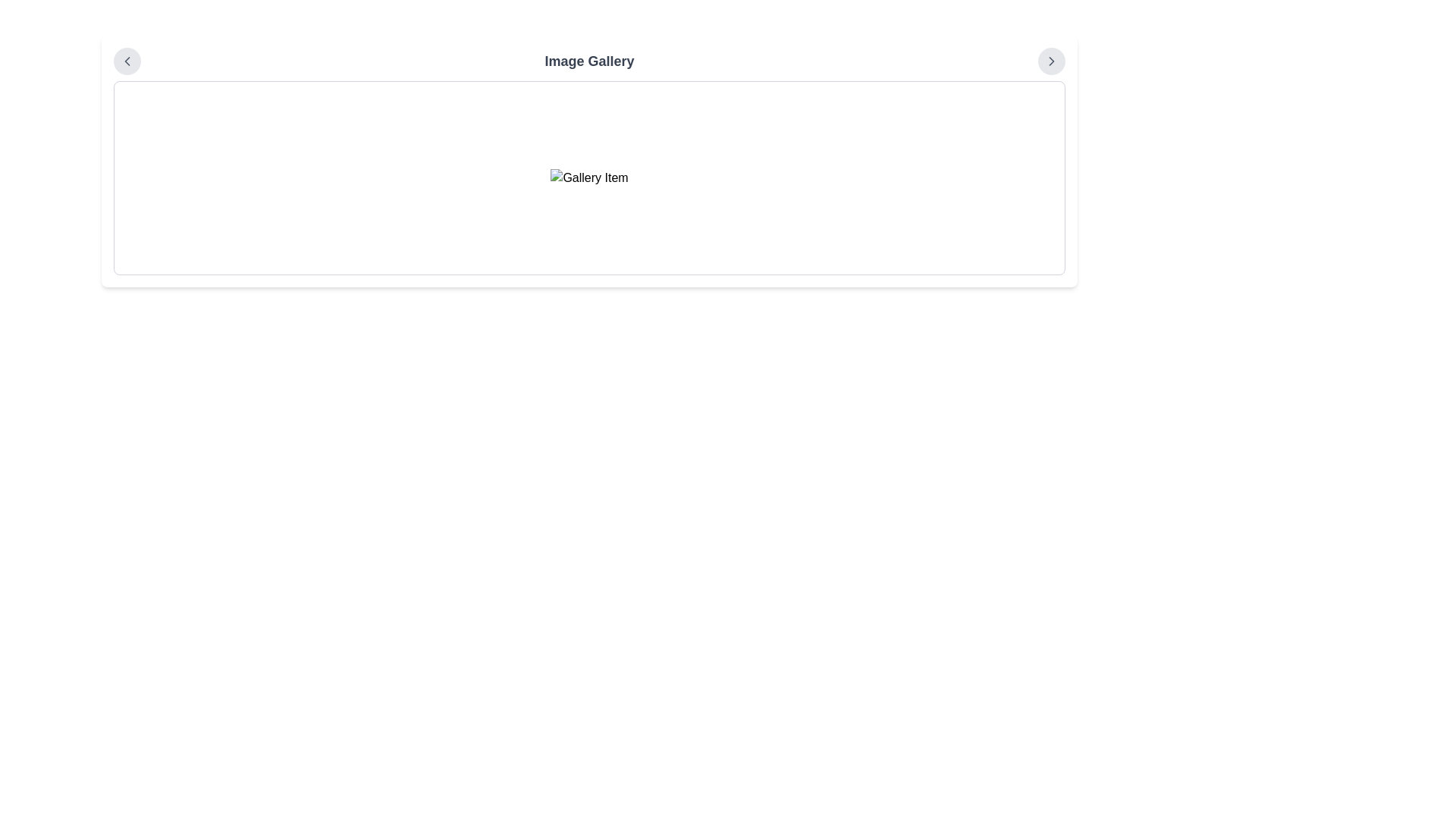  Describe the element at coordinates (127, 61) in the screenshot. I see `the navigation button on the far left side of the header section of the 'Image Gallery' layout` at that location.